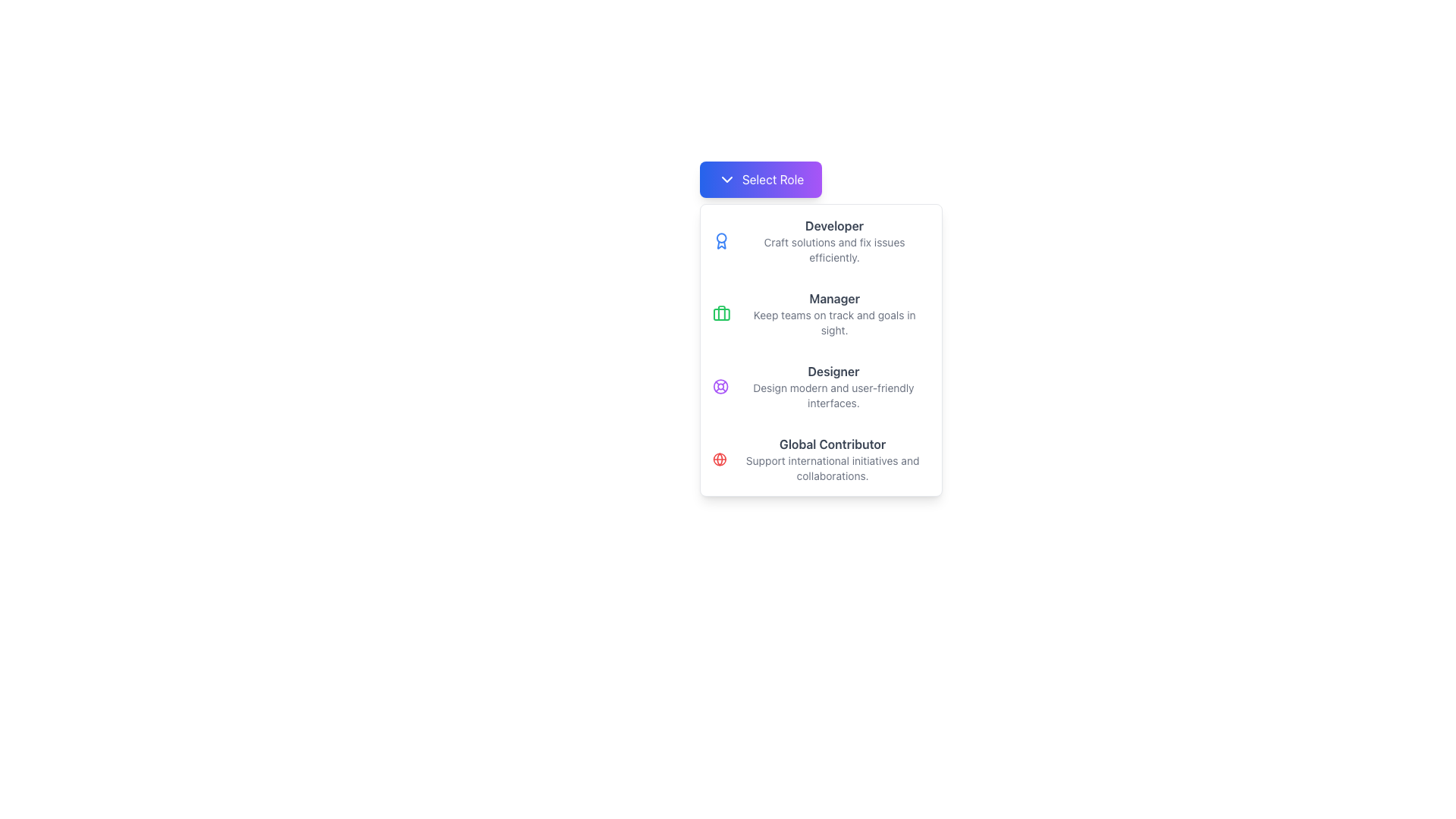  What do you see at coordinates (820, 350) in the screenshot?
I see `the third item in the 'Select Role' dropdown menu` at bounding box center [820, 350].